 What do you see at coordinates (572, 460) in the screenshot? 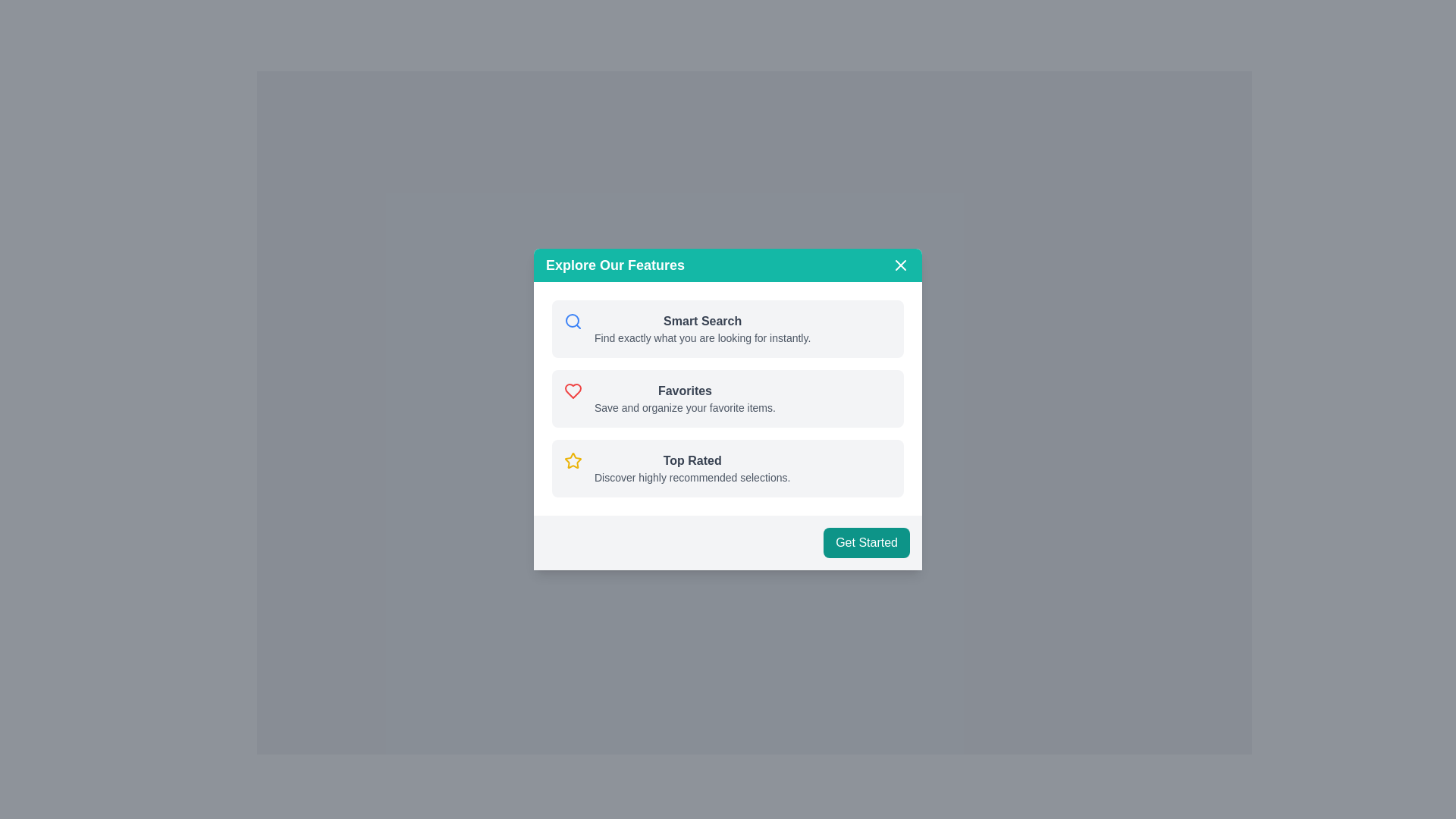
I see `the star icon located in the center of the third list item labeled 'Top Rated' within the modal dialog` at bounding box center [572, 460].